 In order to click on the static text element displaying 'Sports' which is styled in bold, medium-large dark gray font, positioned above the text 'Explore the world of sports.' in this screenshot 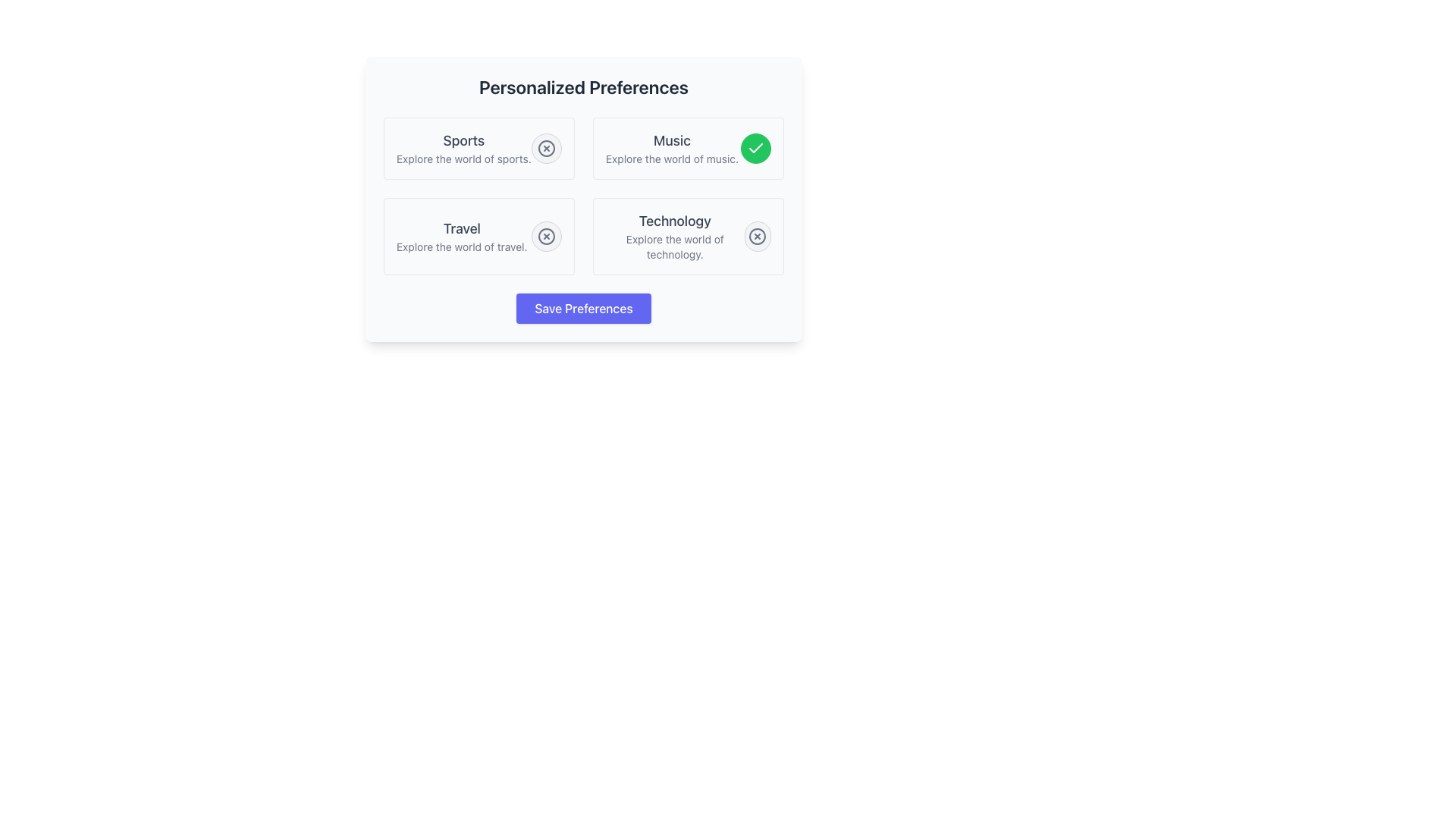, I will do `click(463, 140)`.